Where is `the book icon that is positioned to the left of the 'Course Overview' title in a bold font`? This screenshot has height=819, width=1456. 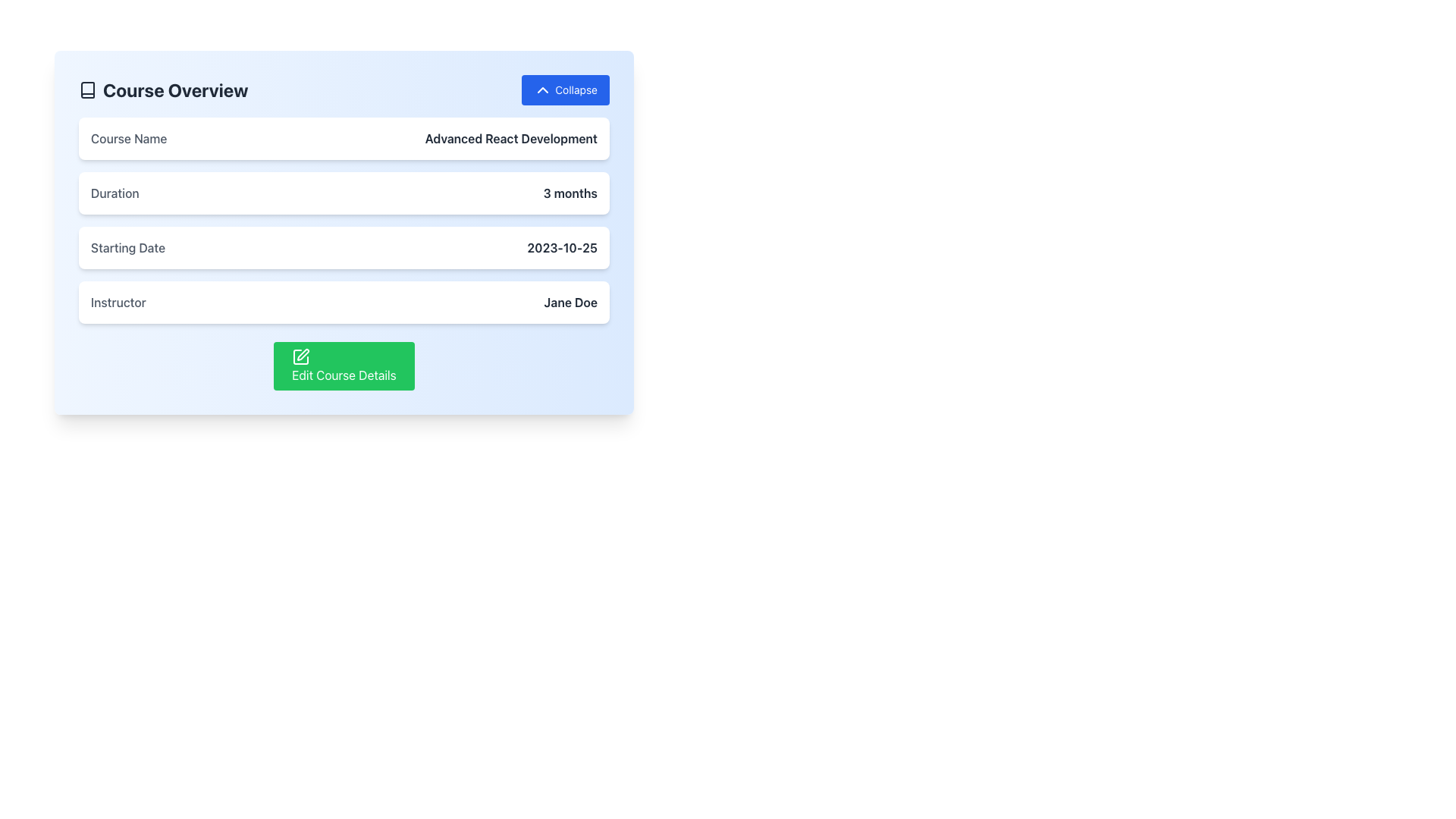
the book icon that is positioned to the left of the 'Course Overview' title in a bold font is located at coordinates (86, 90).